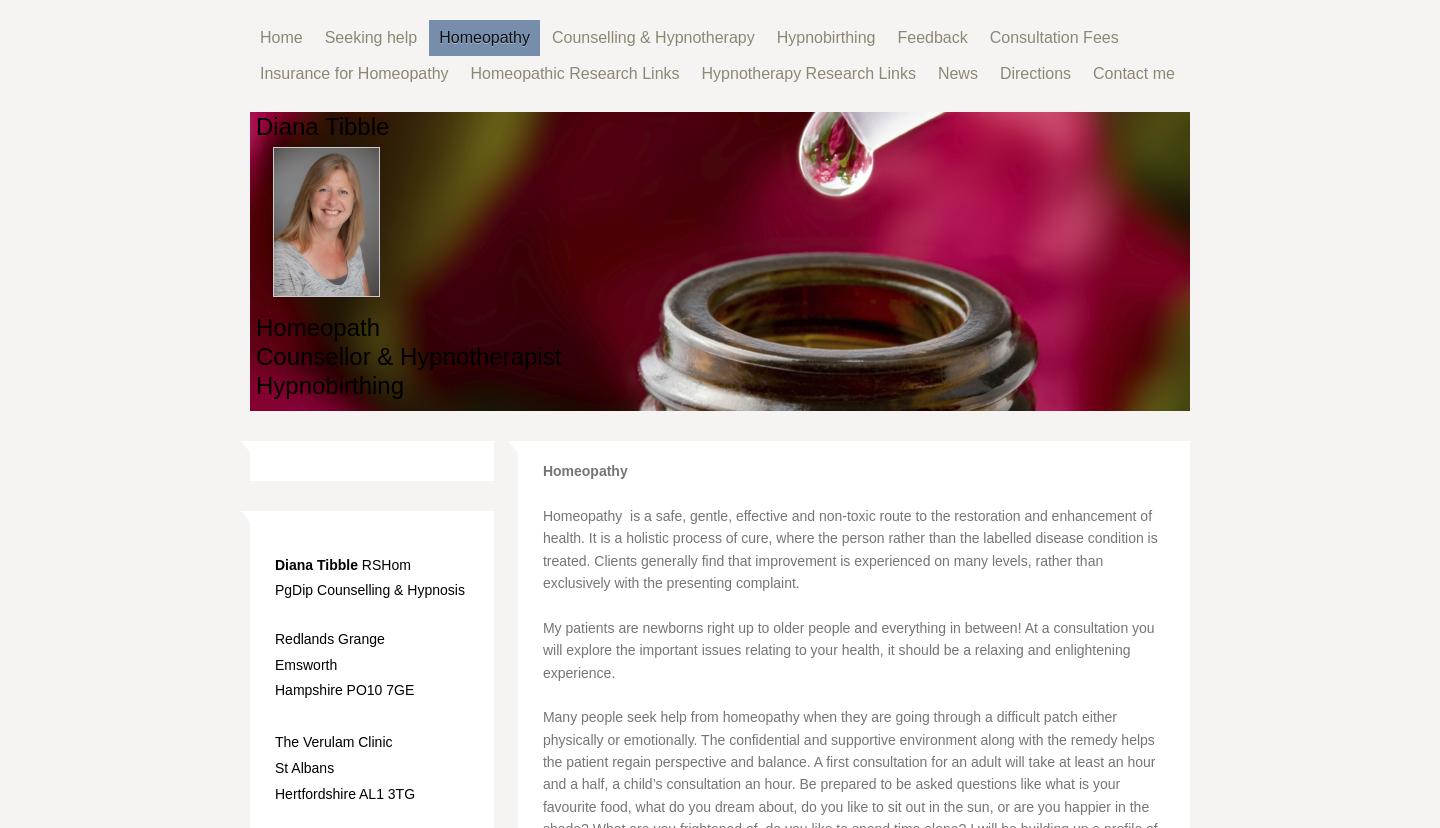 The width and height of the screenshot is (1440, 828). What do you see at coordinates (574, 73) in the screenshot?
I see `'Homeopathic Research Links'` at bounding box center [574, 73].